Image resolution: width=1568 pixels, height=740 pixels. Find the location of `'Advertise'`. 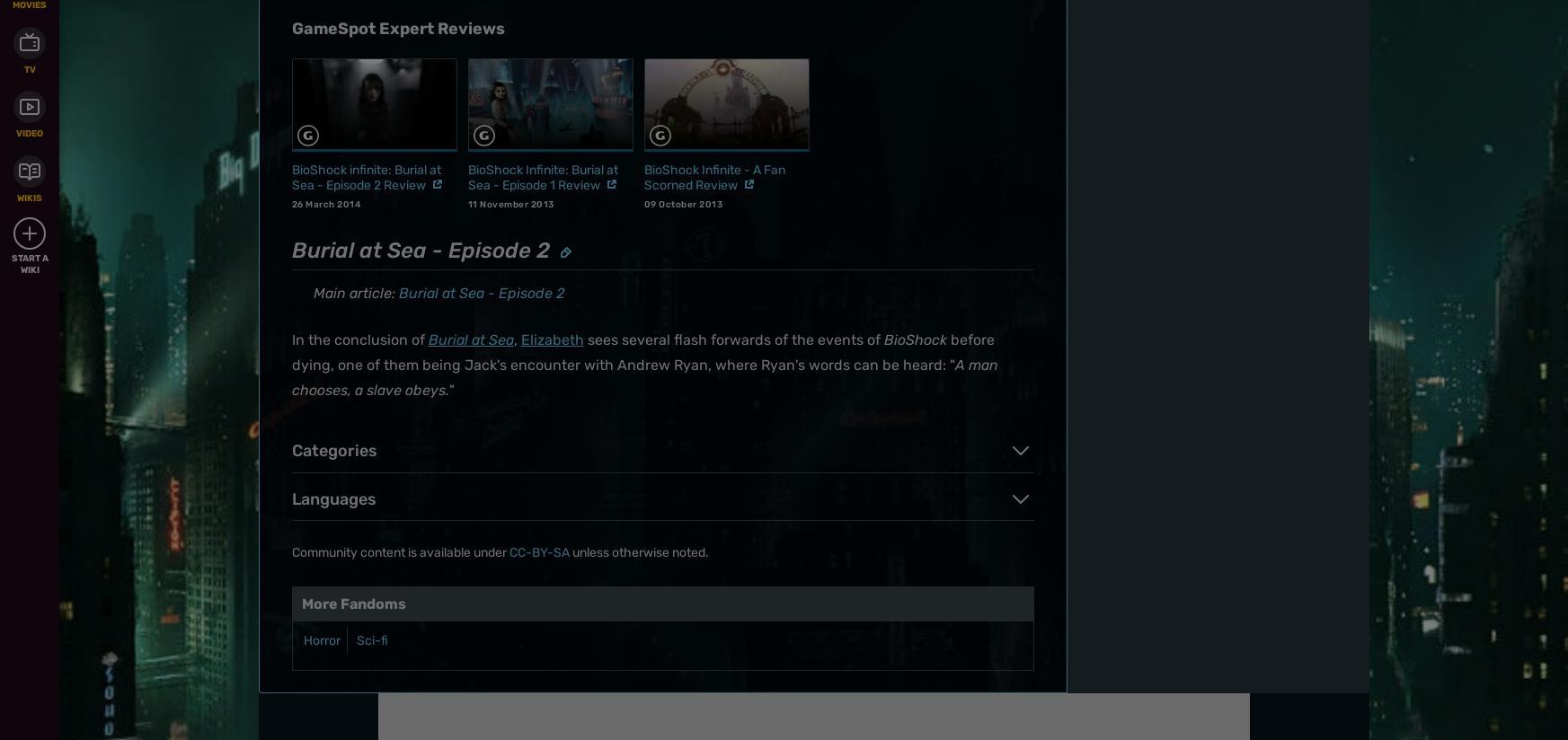

'Advertise' is located at coordinates (853, 181).